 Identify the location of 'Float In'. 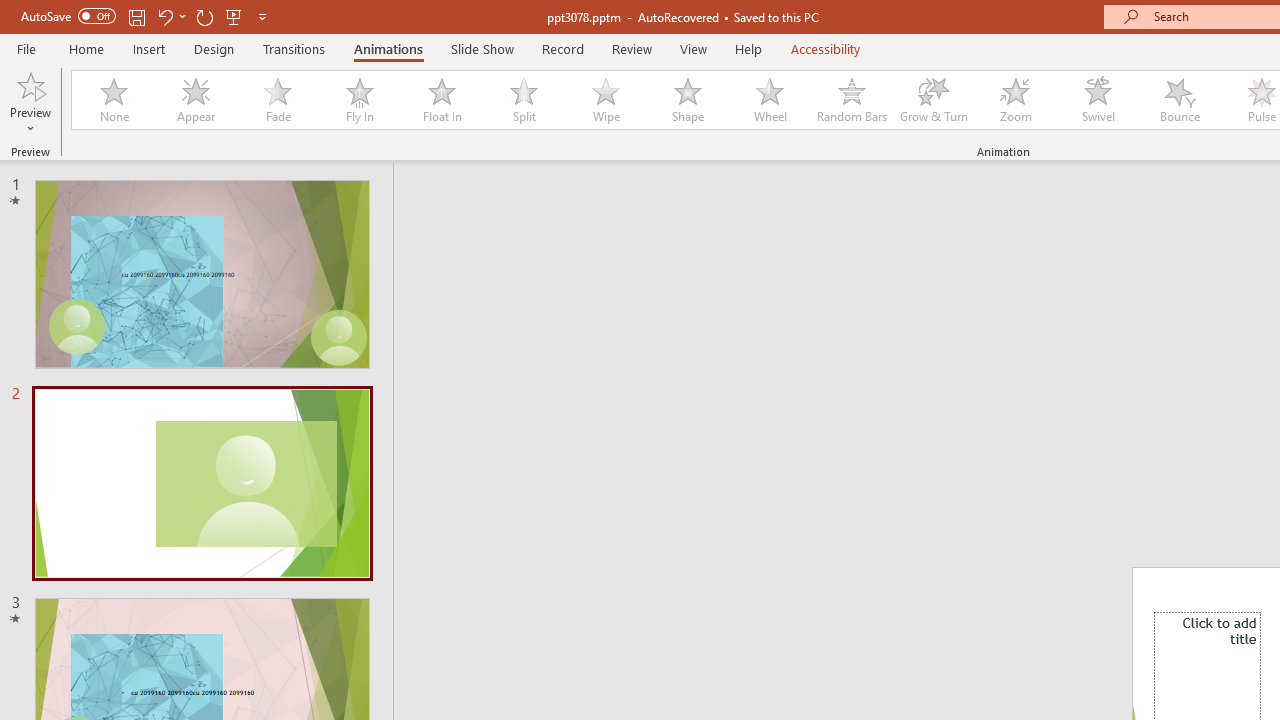
(440, 100).